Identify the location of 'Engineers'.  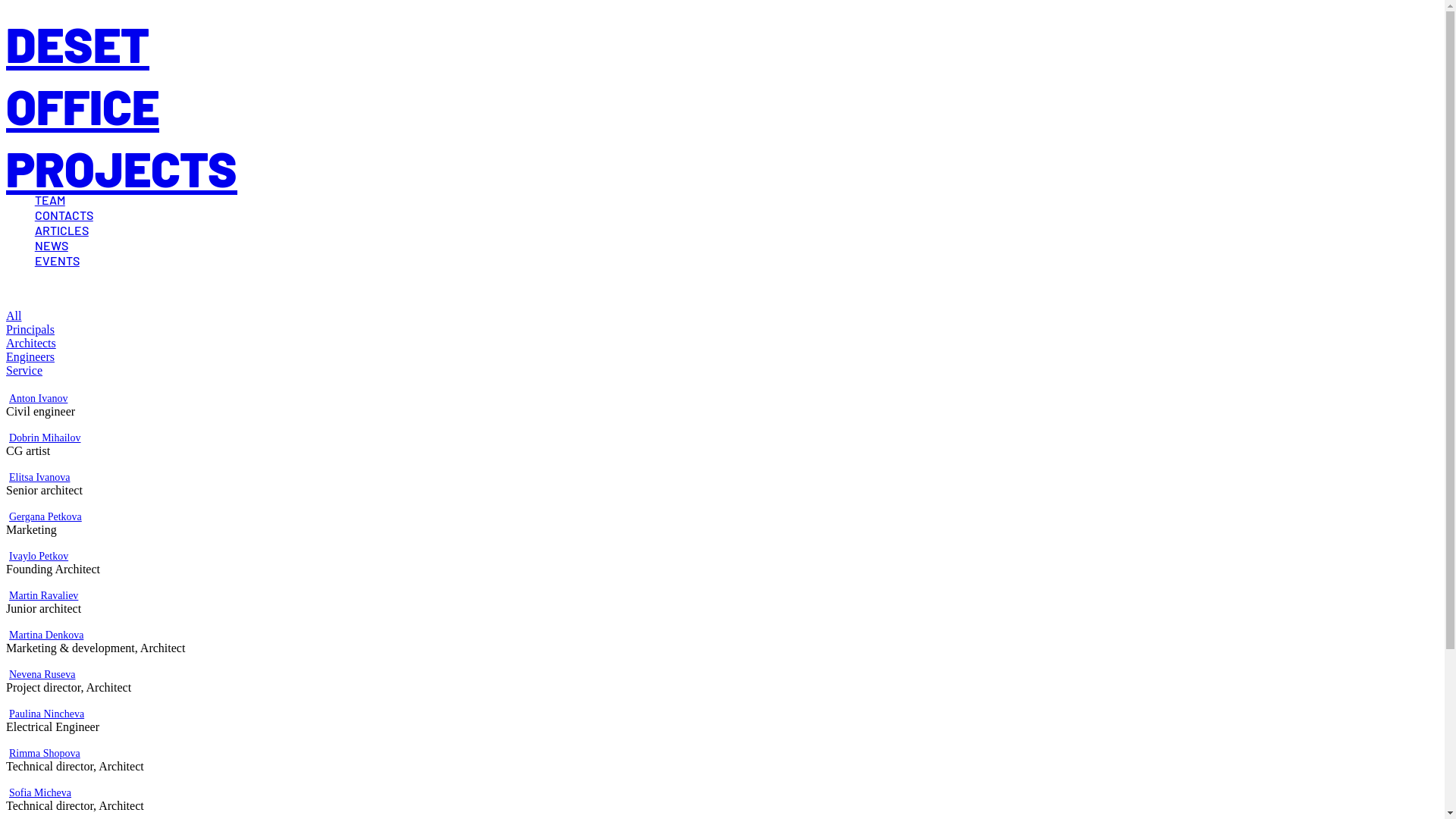
(30, 356).